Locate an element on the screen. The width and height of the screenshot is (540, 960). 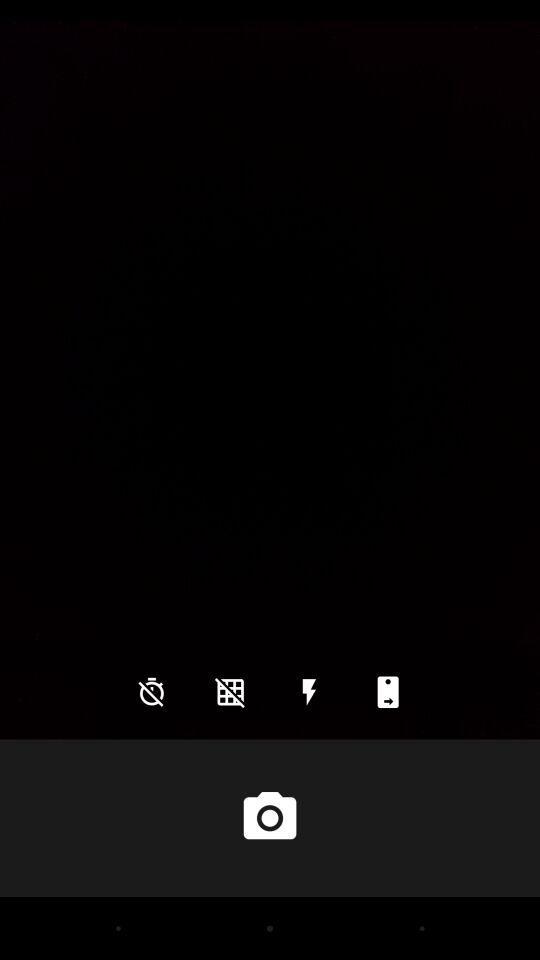
item at the bottom left corner is located at coordinates (150, 692).